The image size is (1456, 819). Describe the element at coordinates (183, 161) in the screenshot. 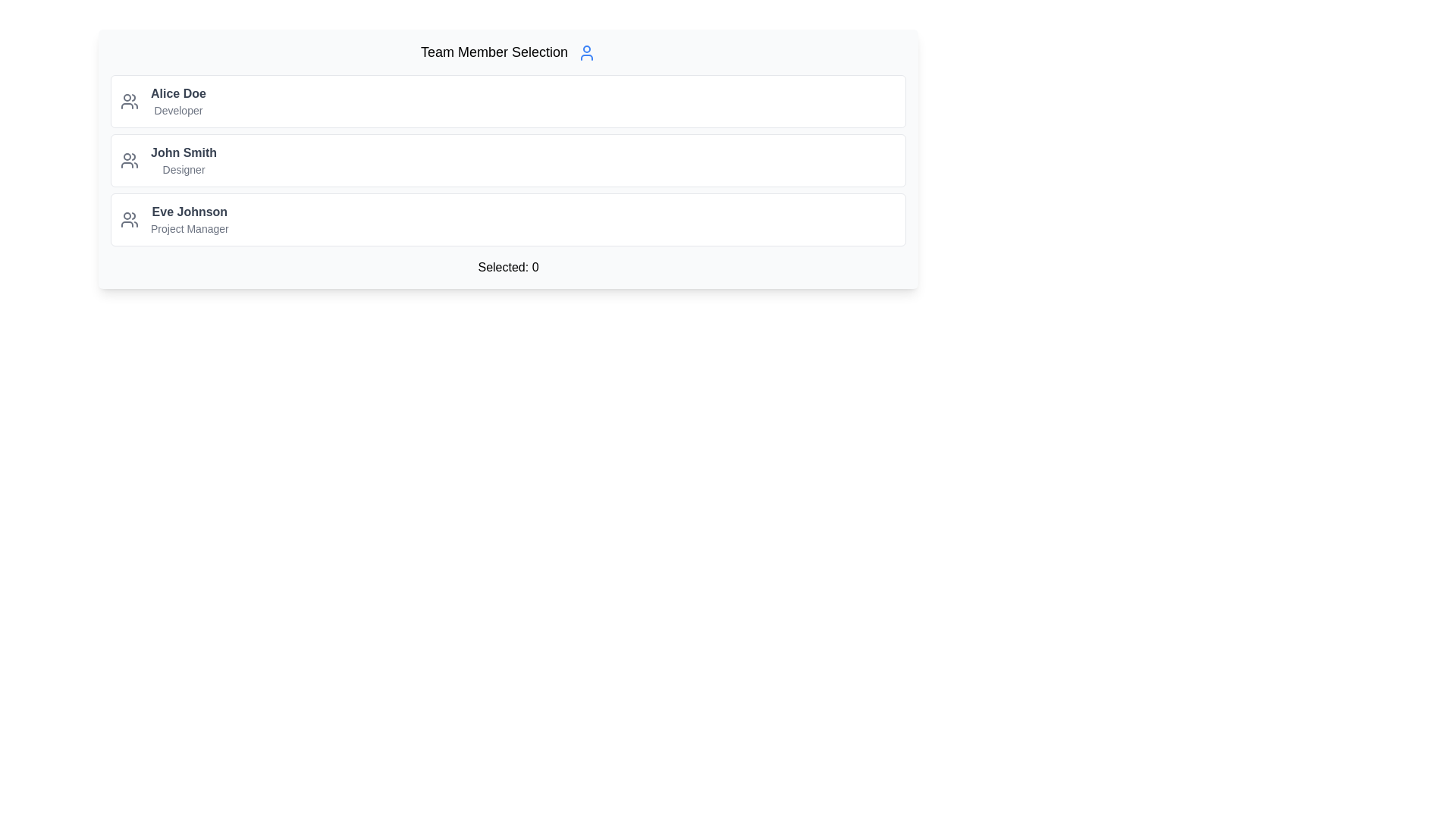

I see `the text-based informational display that shows a team member's name and role, positioned between 'Alice Doe Developer' and 'Eve Johnson Project Manager'` at that location.